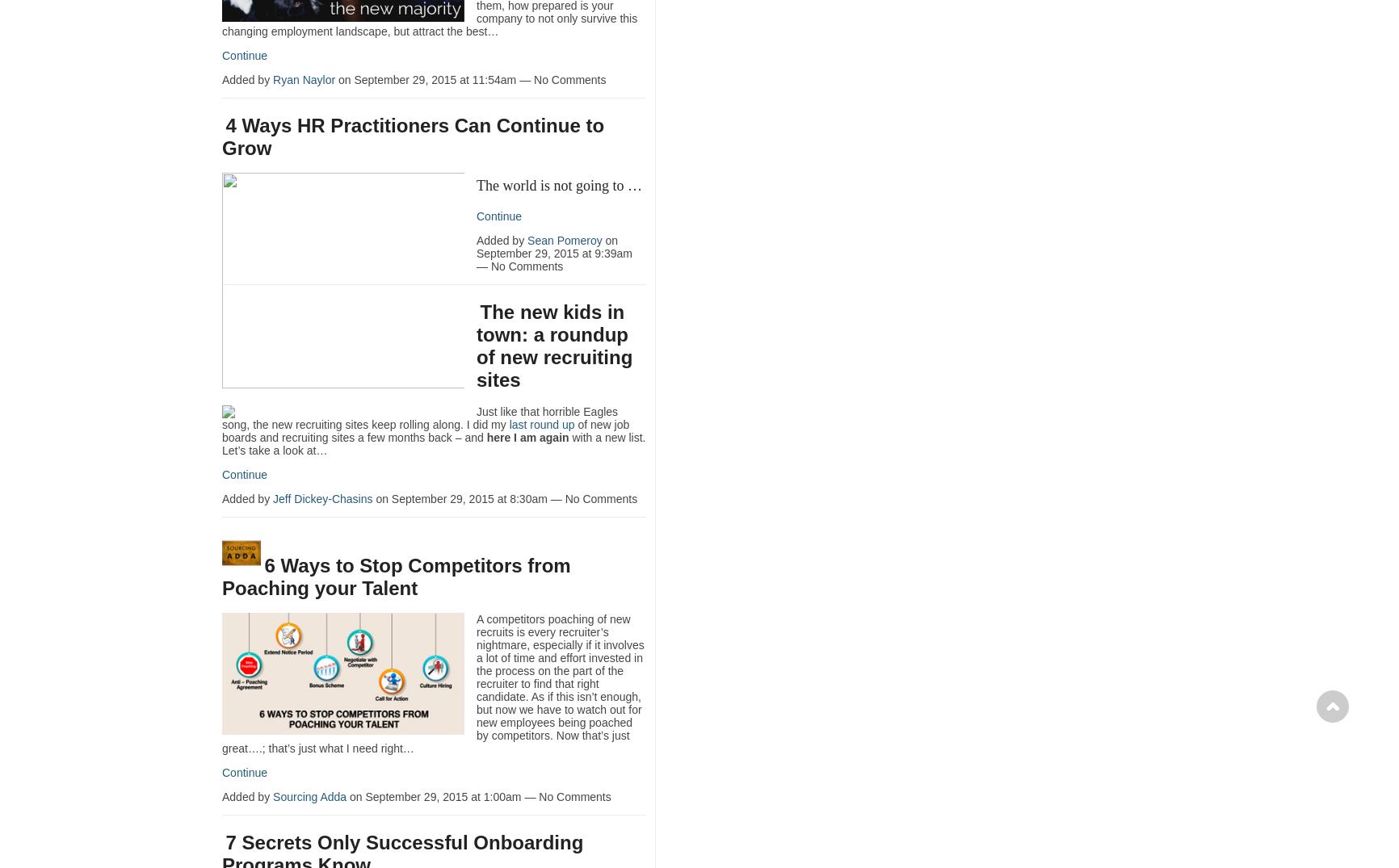 This screenshot has width=1399, height=868. What do you see at coordinates (309, 795) in the screenshot?
I see `'Sourcing Adda'` at bounding box center [309, 795].